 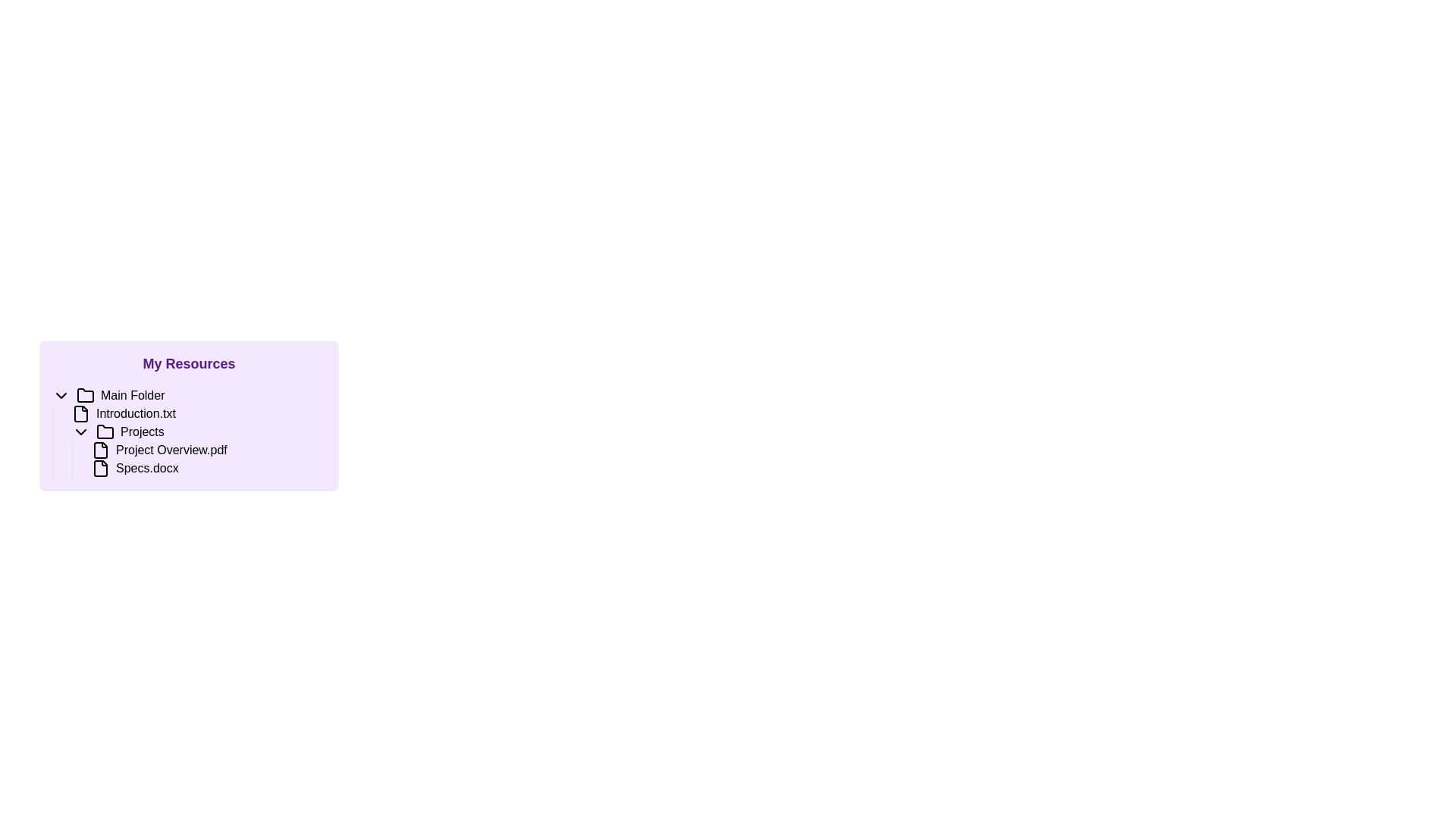 I want to click on the 'Introduction.txt' list item, which is the first item under the 'My Resources' category in the list interface, so click(x=198, y=414).